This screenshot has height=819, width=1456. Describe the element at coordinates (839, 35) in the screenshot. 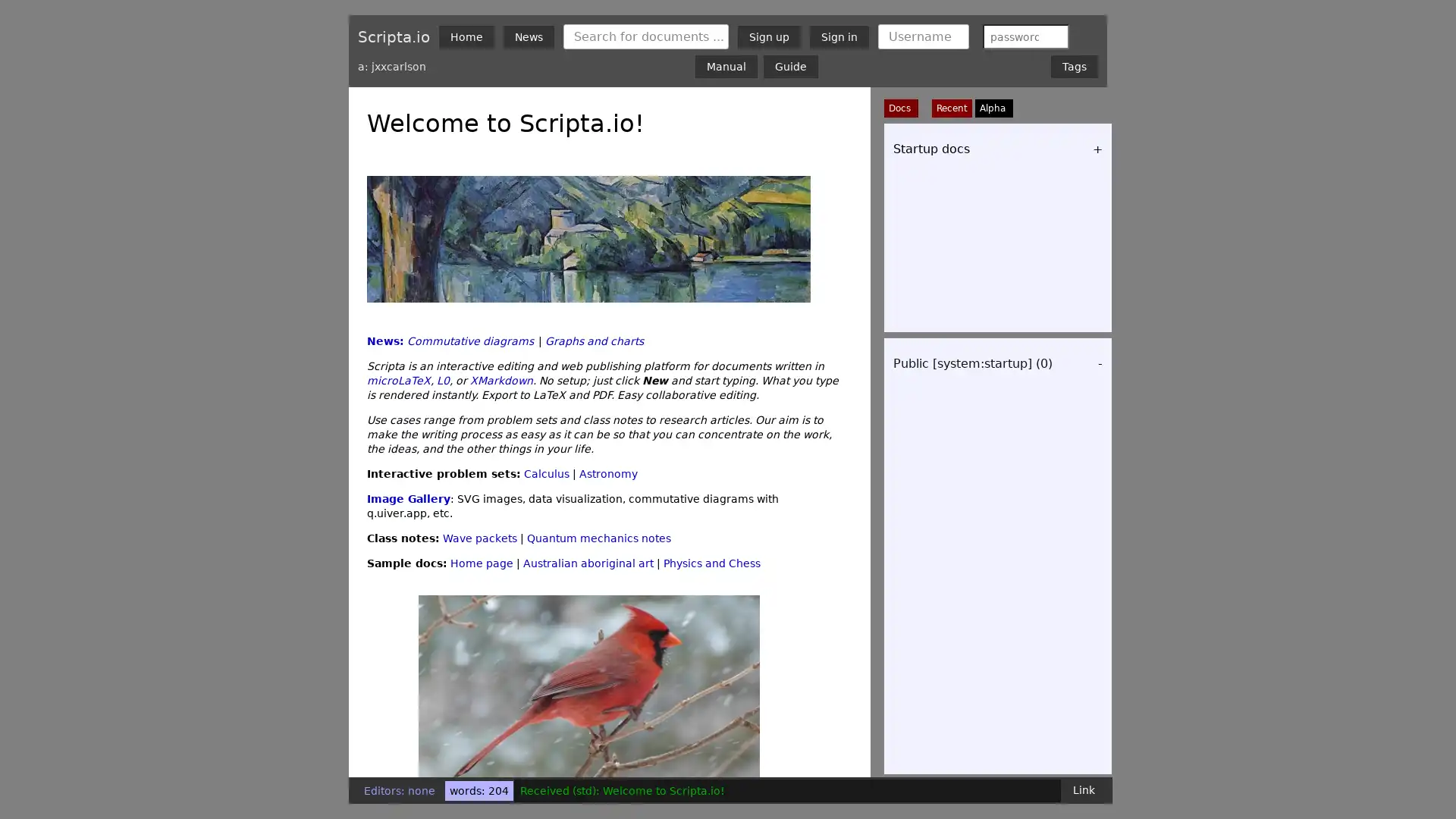

I see `Sign in` at that location.